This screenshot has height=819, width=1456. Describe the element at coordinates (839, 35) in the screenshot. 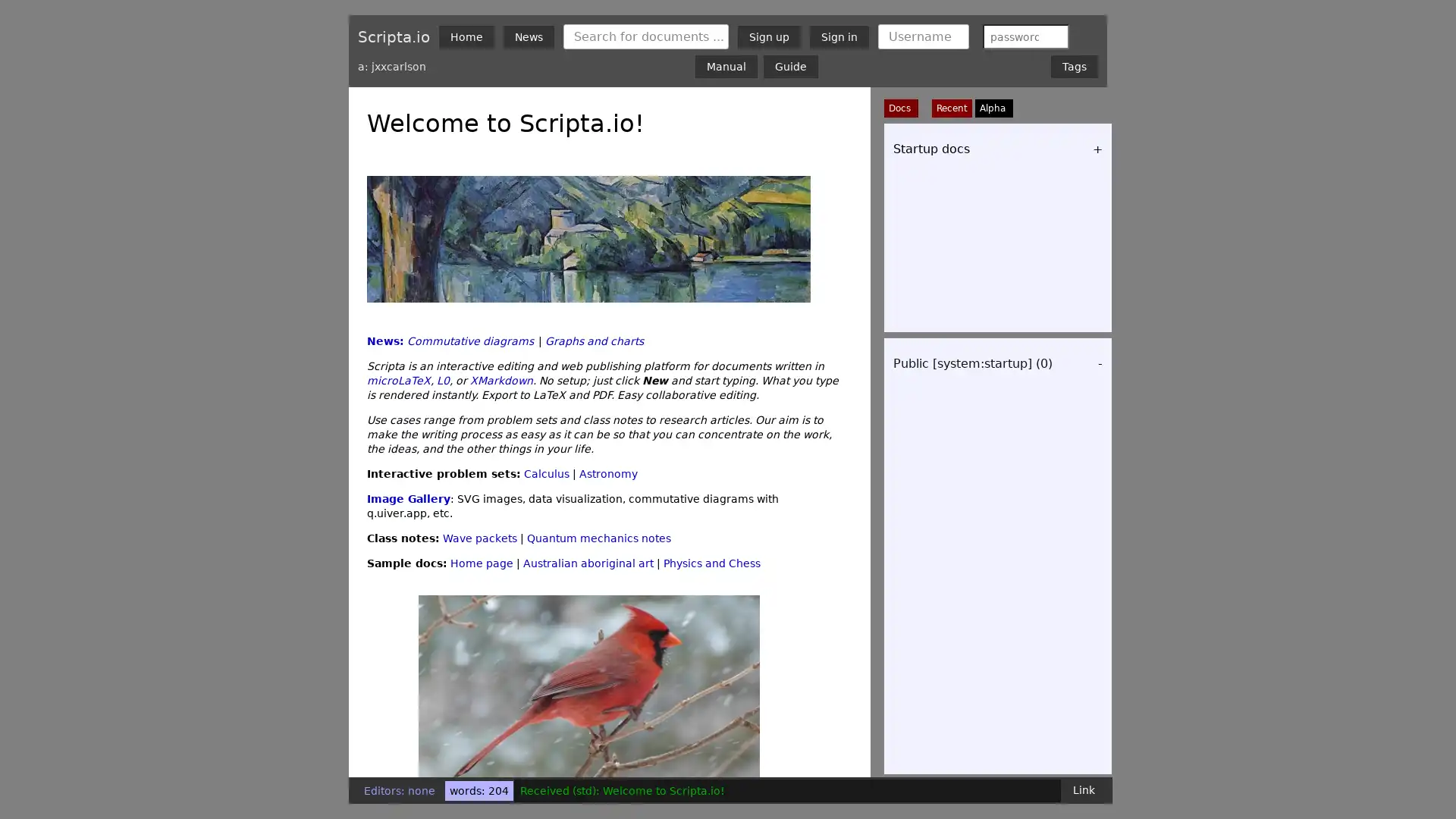

I see `Sign in` at that location.